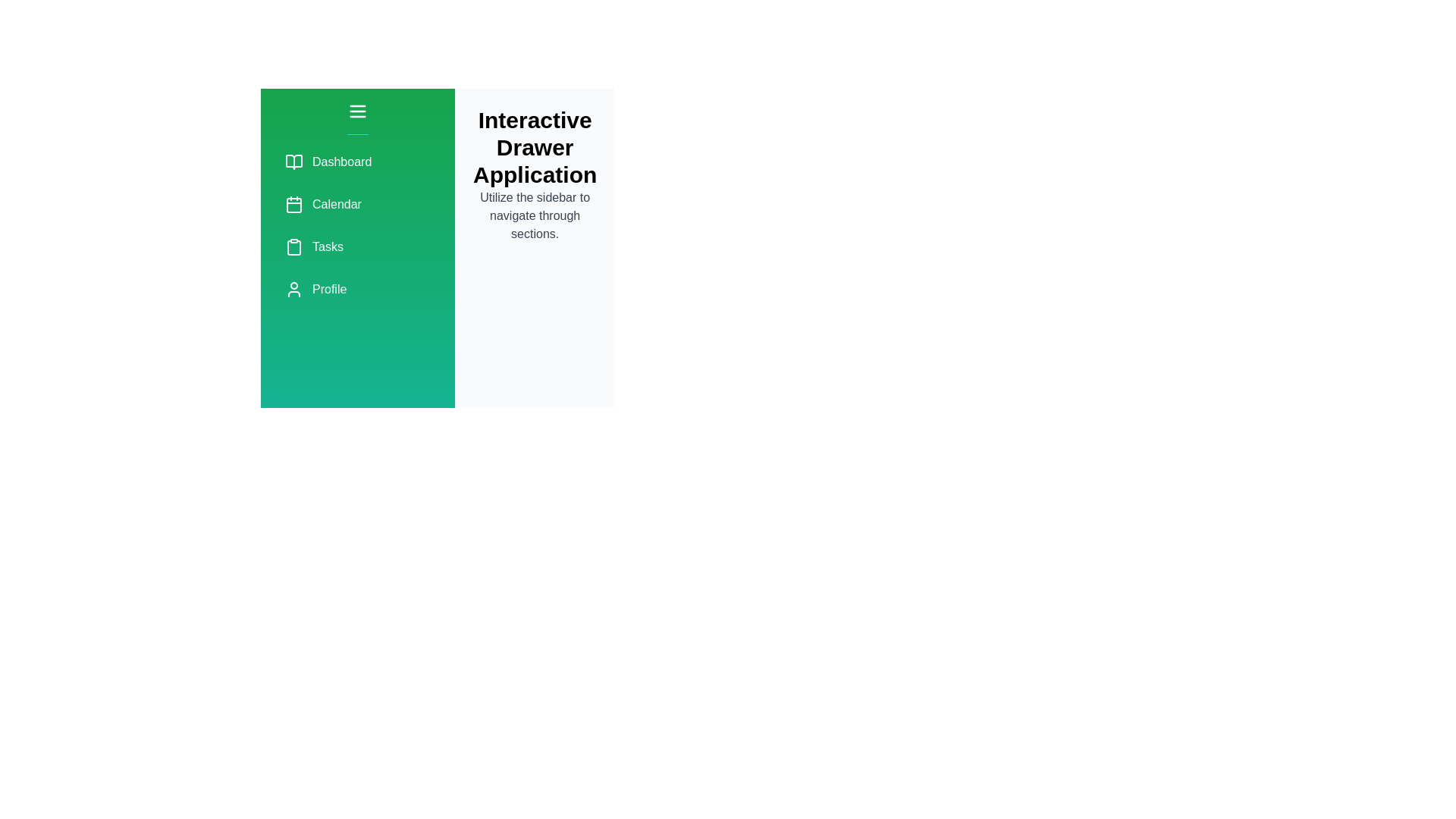 Image resolution: width=1456 pixels, height=819 pixels. Describe the element at coordinates (535, 216) in the screenshot. I see `the main content text for copying` at that location.